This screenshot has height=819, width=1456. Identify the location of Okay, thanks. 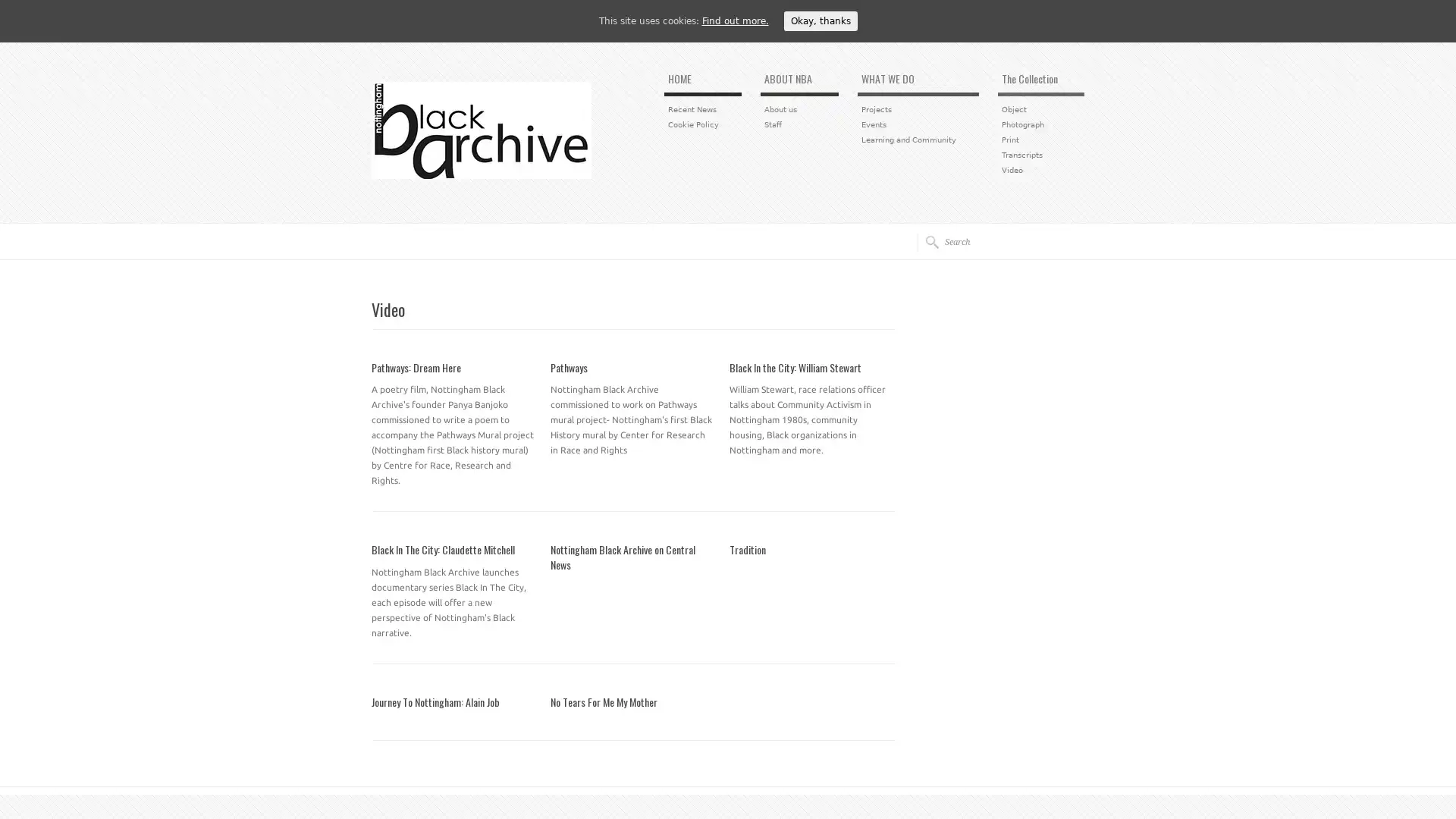
(819, 20).